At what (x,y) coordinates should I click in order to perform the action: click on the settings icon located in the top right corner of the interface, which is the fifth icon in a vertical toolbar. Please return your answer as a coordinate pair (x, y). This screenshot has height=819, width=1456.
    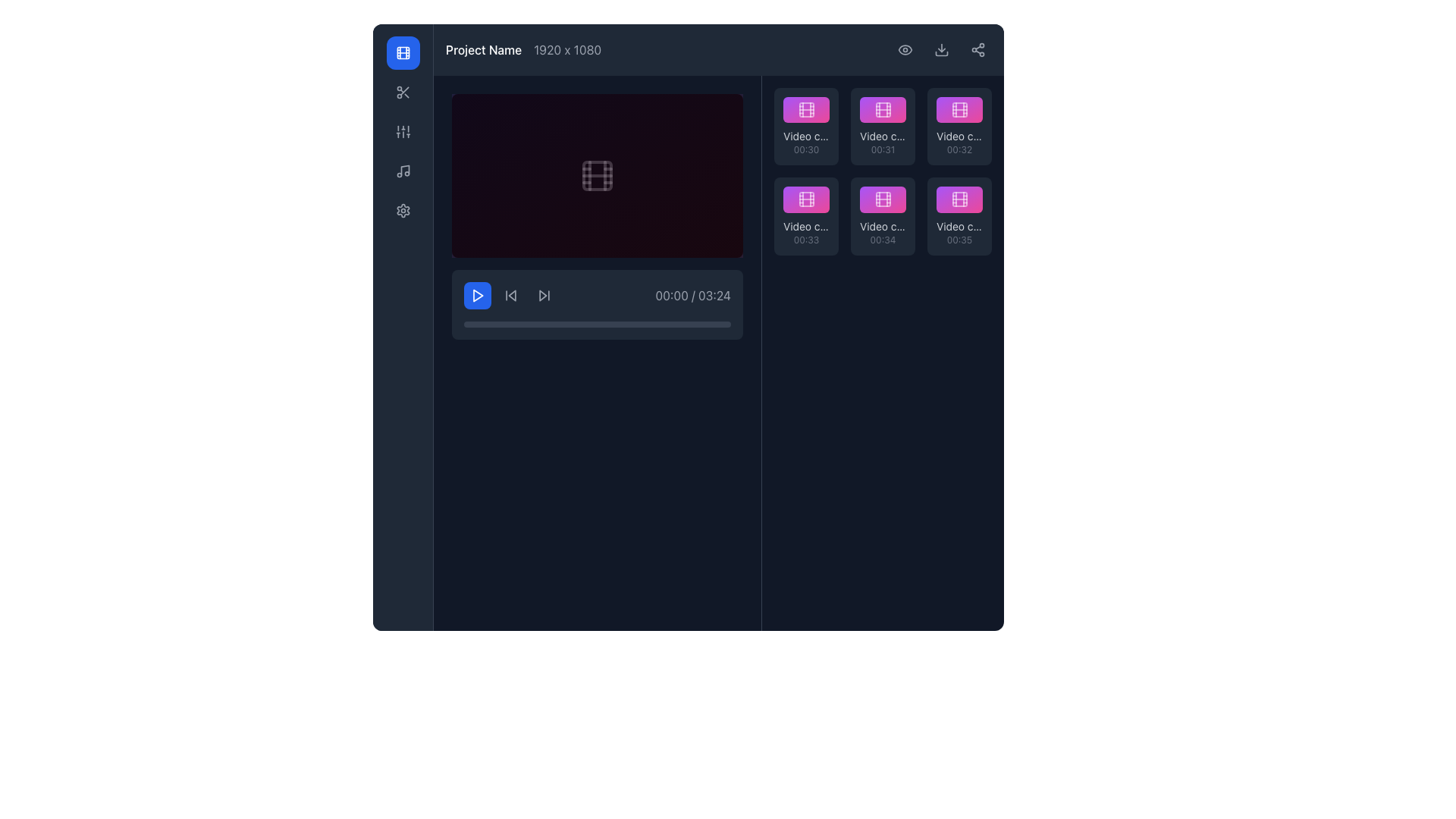
    Looking at the image, I should click on (403, 210).